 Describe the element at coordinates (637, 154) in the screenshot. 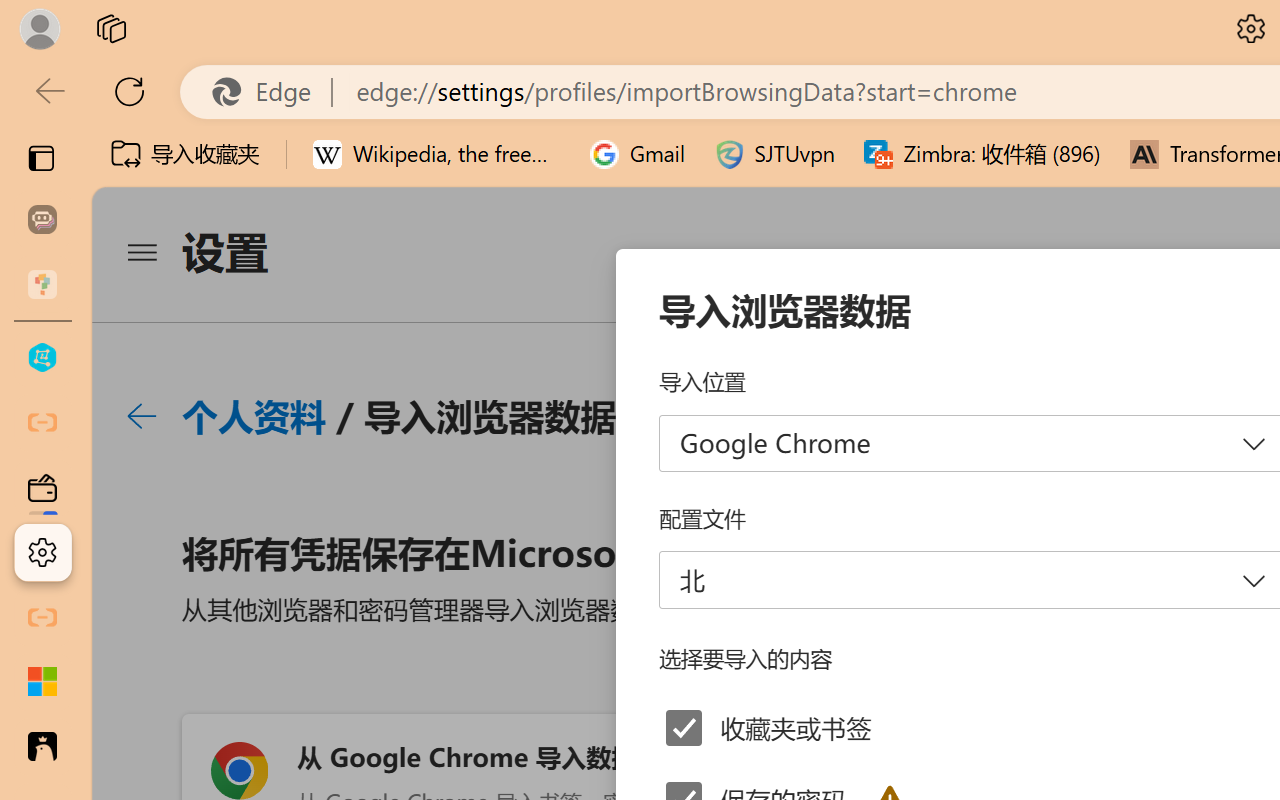

I see `'Gmail'` at that location.